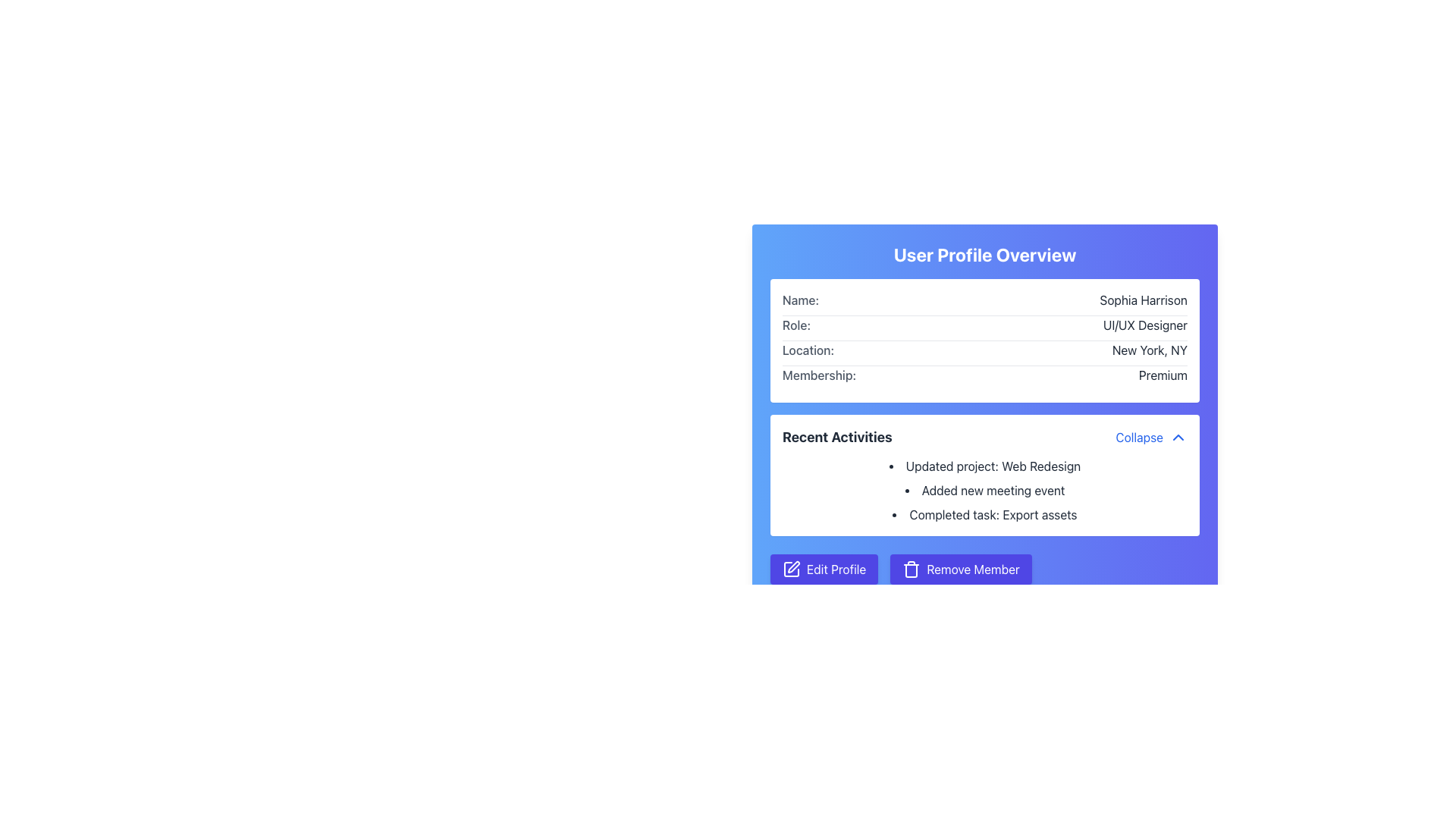 The width and height of the screenshot is (1456, 819). Describe the element at coordinates (960, 570) in the screenshot. I see `the rectangular purple button labeled 'Remove Member' with a trash bin icon to observe its hover state` at that location.